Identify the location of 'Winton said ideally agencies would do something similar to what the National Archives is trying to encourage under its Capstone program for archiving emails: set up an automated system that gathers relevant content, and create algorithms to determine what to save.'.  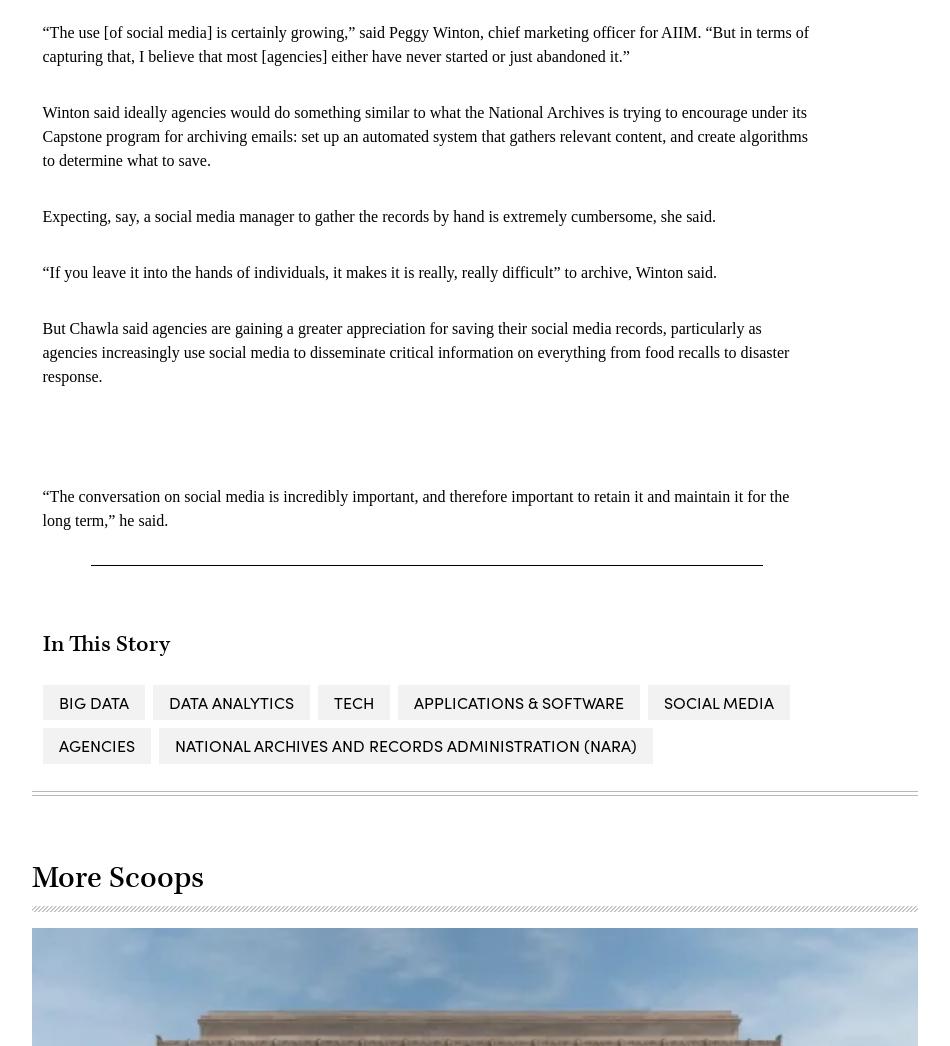
(424, 135).